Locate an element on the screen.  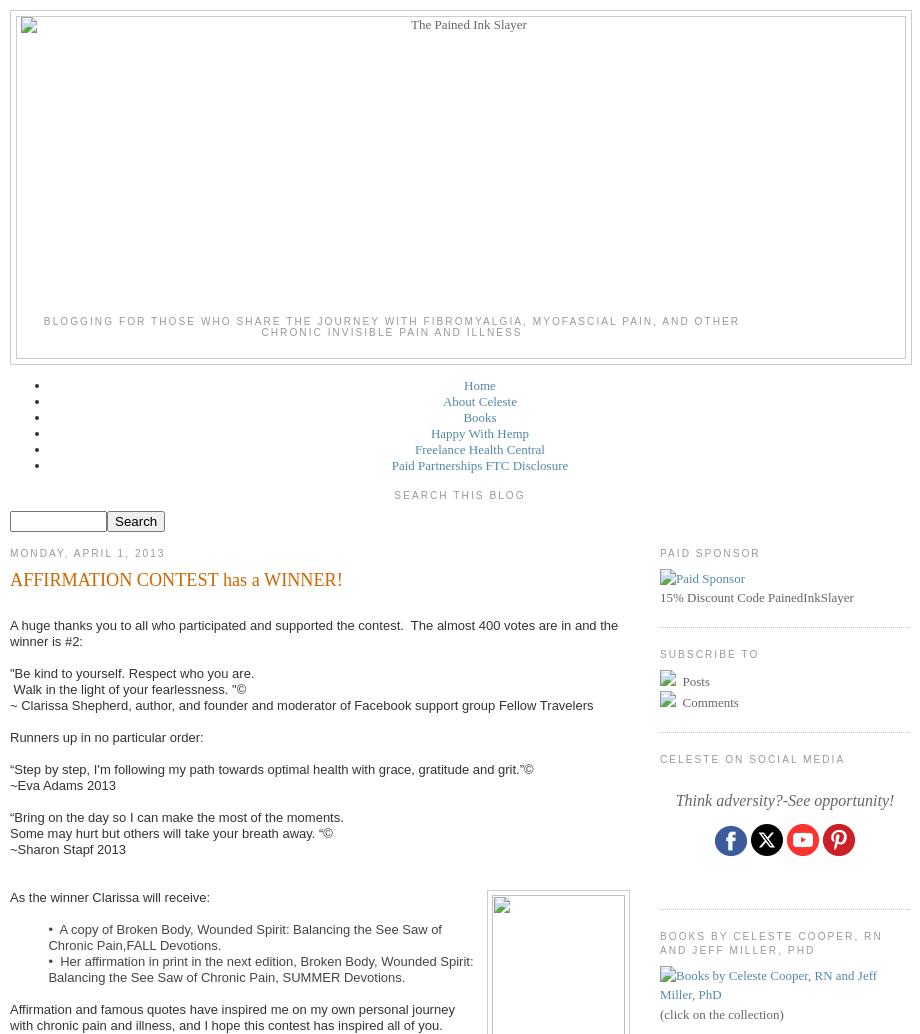
'~Sharon Stapf 2013' is located at coordinates (67, 848).